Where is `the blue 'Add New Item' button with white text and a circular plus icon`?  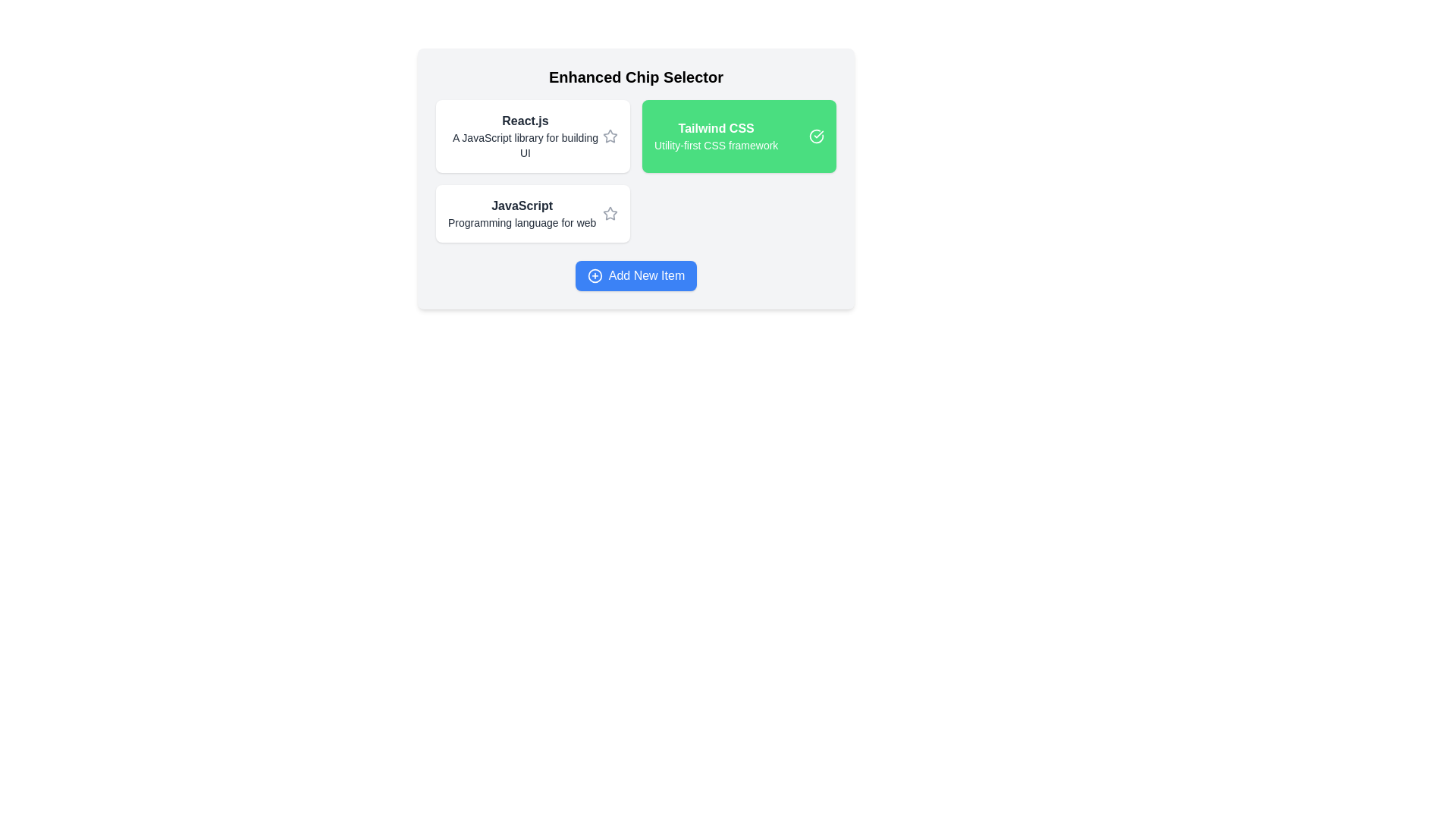 the blue 'Add New Item' button with white text and a circular plus icon is located at coordinates (636, 275).